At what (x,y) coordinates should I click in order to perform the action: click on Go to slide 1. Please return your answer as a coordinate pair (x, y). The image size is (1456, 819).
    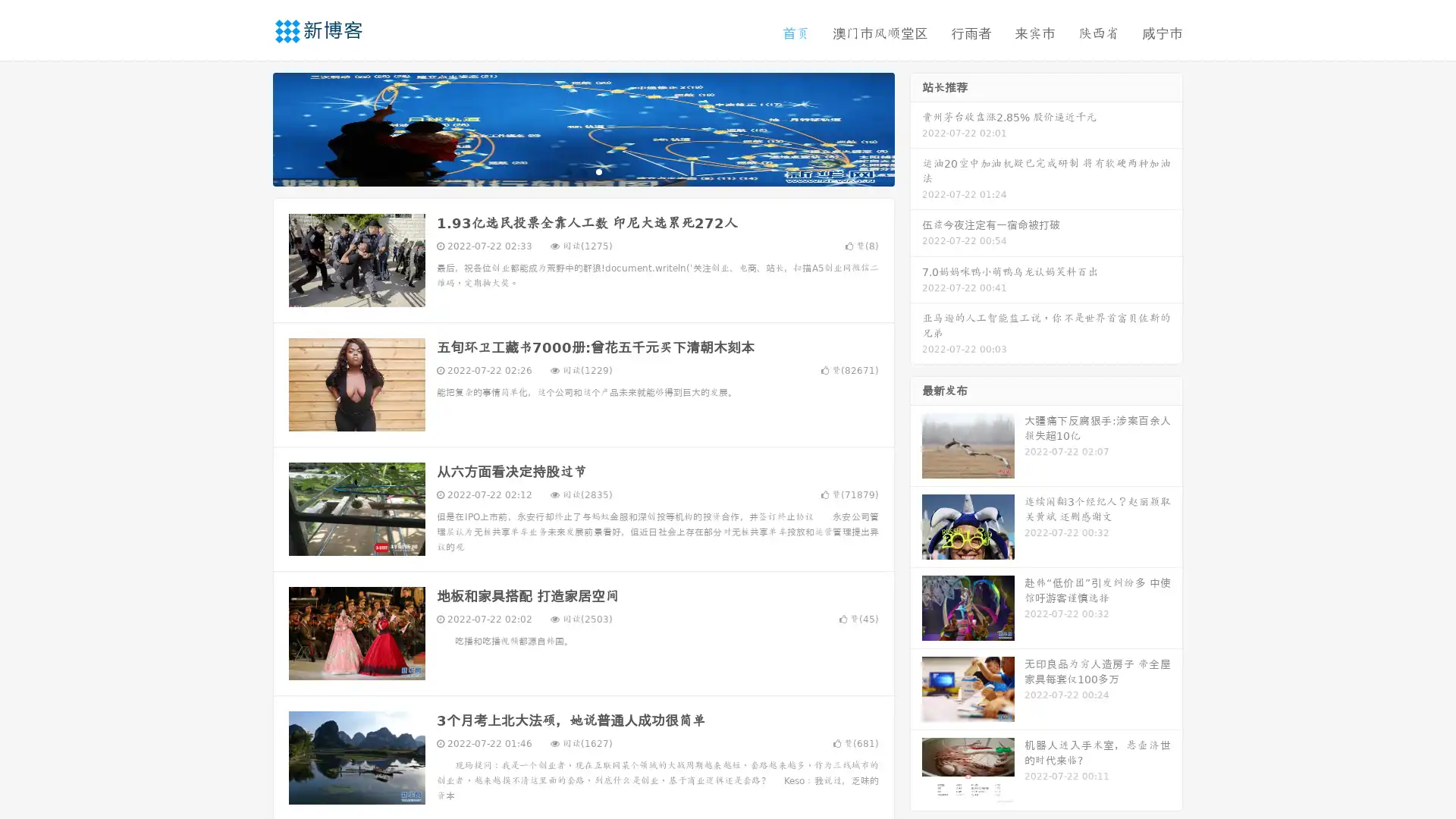
    Looking at the image, I should click on (567, 171).